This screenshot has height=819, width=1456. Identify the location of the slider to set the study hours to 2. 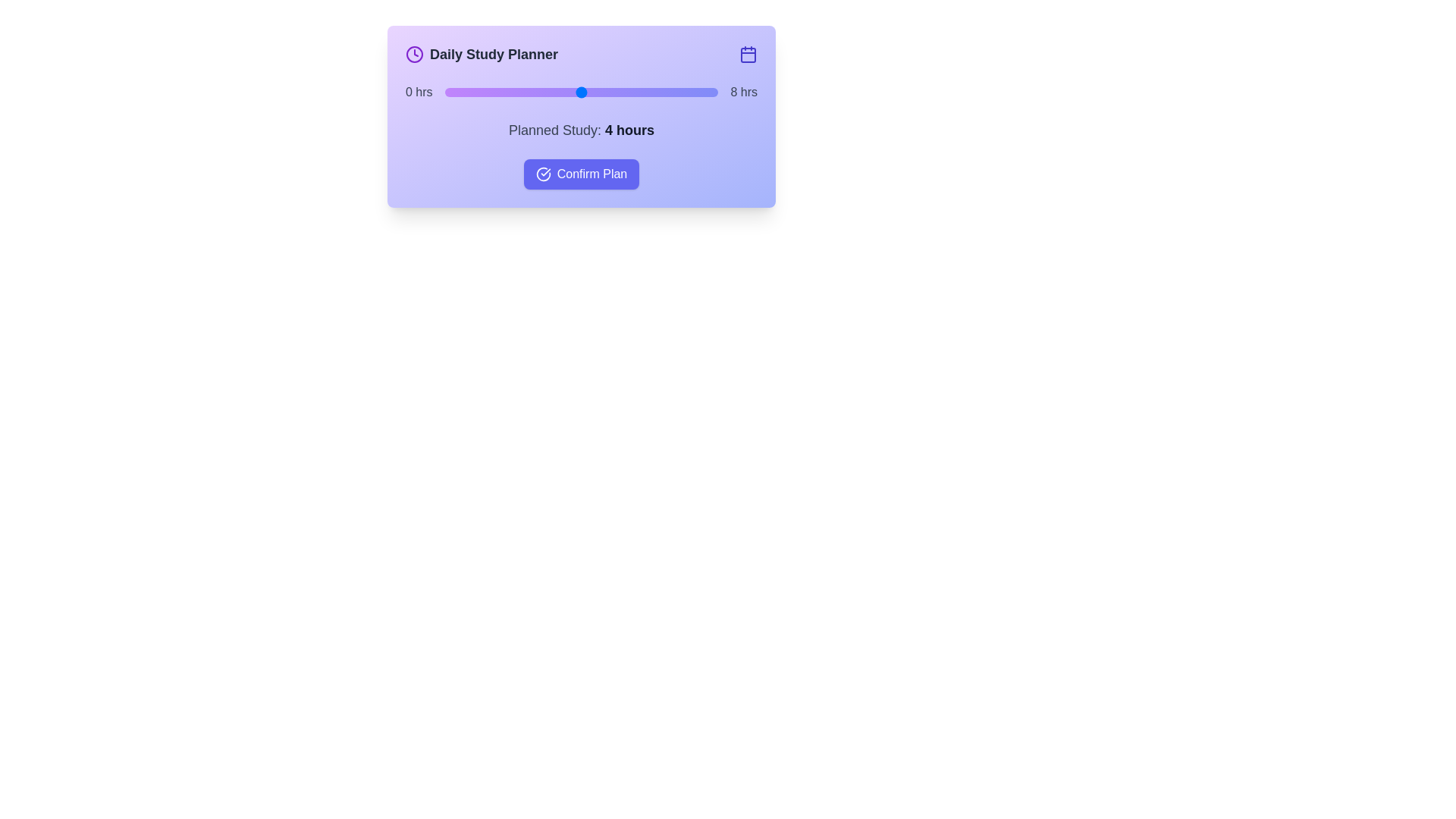
(513, 93).